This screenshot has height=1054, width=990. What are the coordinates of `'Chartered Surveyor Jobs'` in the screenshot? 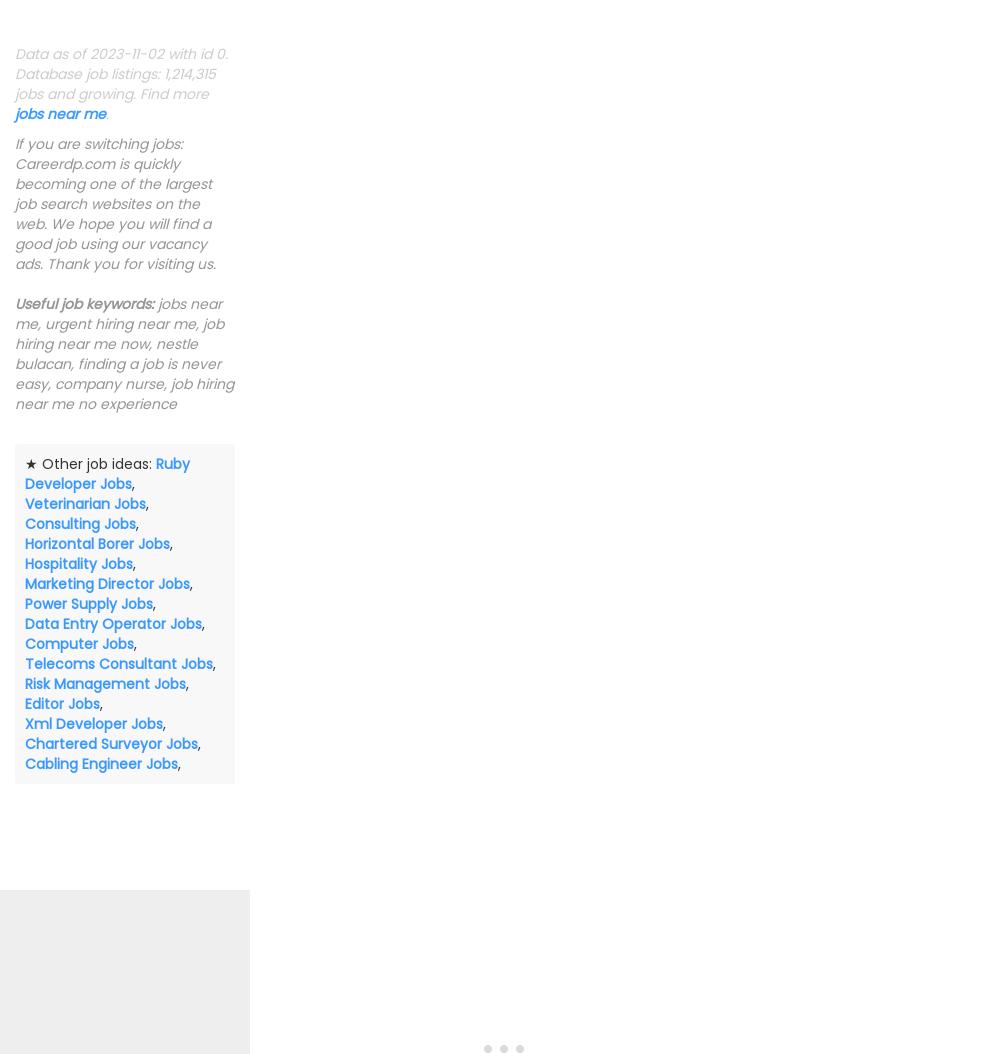 It's located at (110, 742).